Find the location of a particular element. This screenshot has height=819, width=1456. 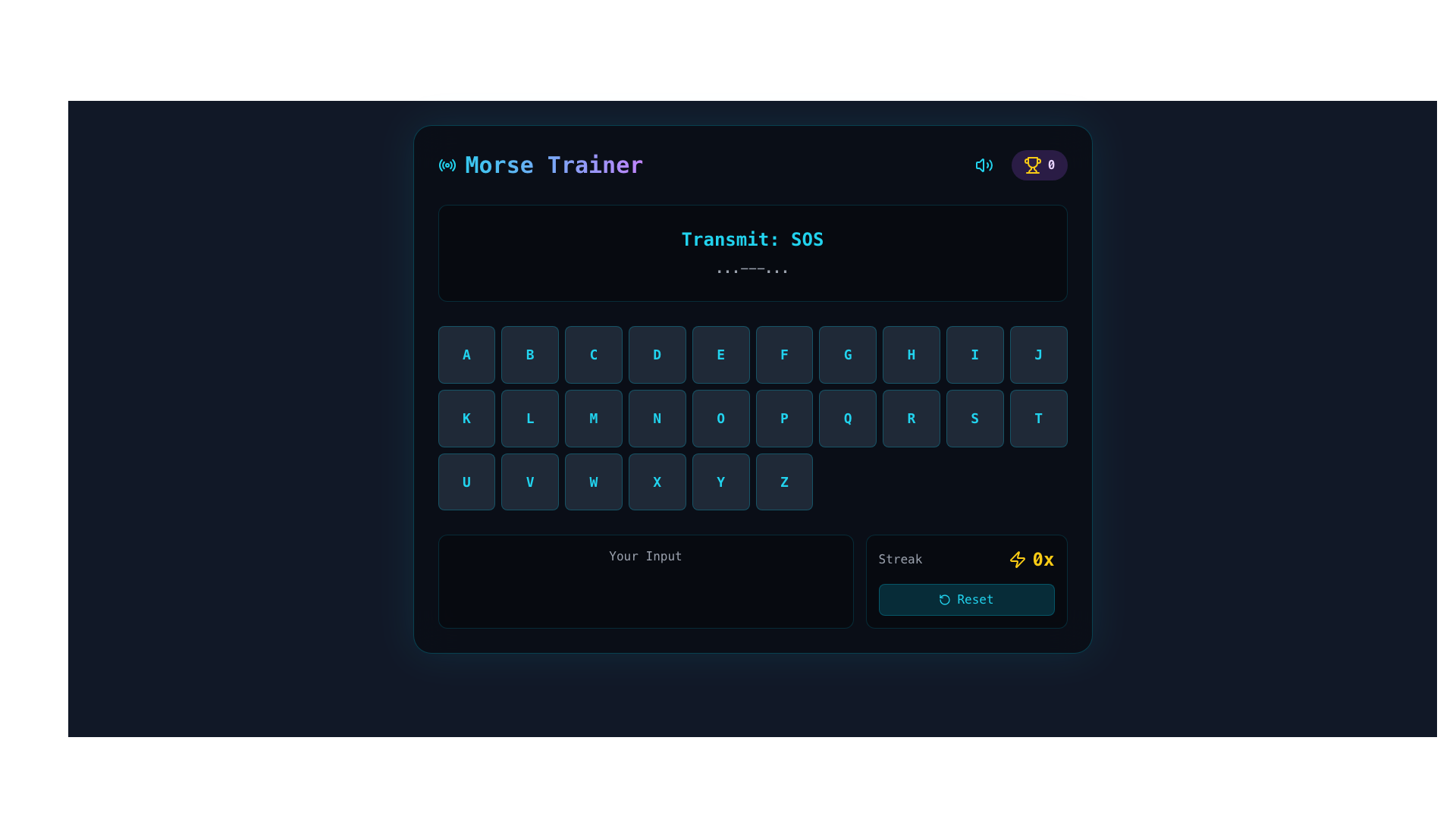

the button representing the letter 'O' in the second row, sixth position of the alphabet button grid to trigger hover effects is located at coordinates (720, 418).